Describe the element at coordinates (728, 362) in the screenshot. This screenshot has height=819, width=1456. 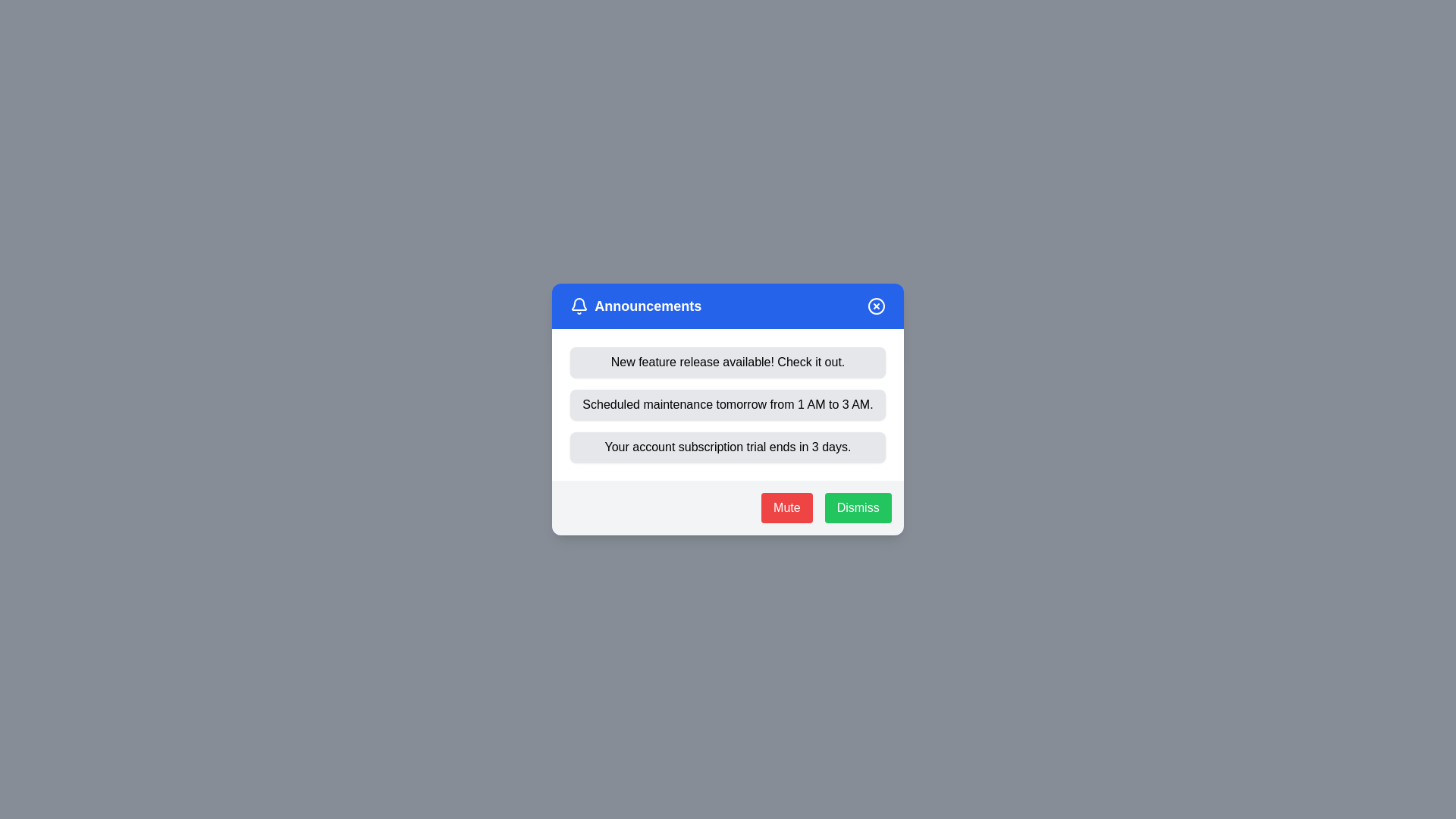
I see `the announcement titled 'New feature release available! Check it out.'` at that location.